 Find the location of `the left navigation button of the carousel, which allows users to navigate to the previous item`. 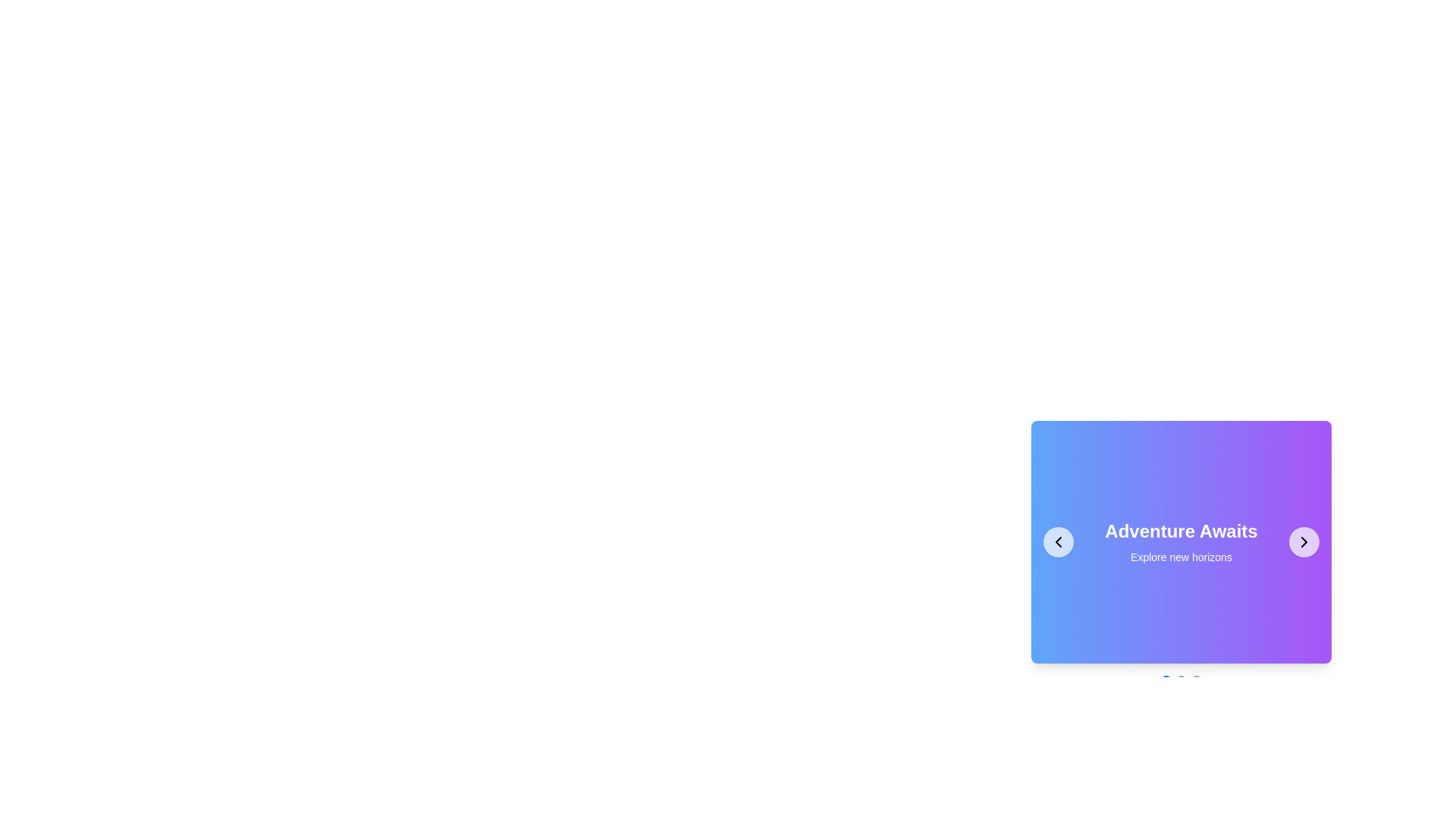

the left navigation button of the carousel, which allows users to navigate to the previous item is located at coordinates (1058, 541).